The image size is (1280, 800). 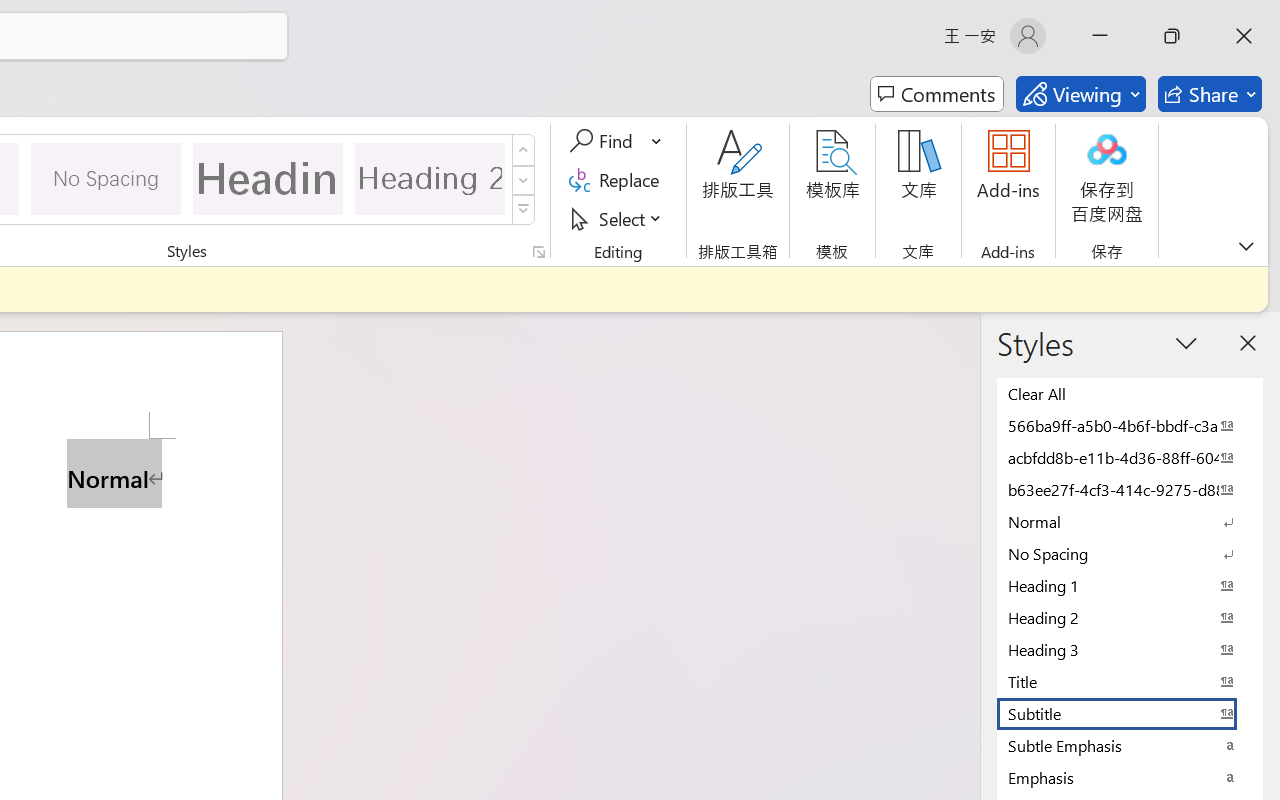 What do you see at coordinates (1130, 456) in the screenshot?
I see `'acbfdd8b-e11b-4d36-88ff-6049b138f862'` at bounding box center [1130, 456].